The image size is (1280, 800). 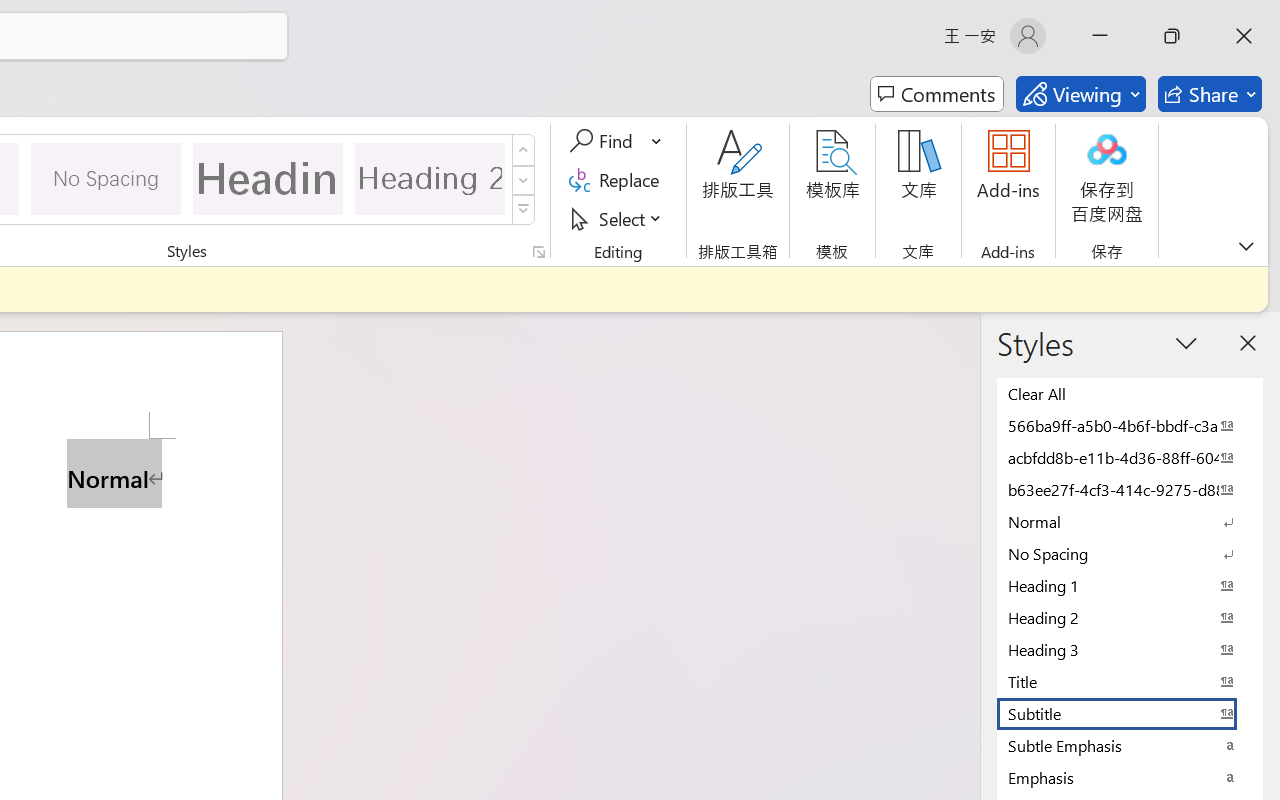 What do you see at coordinates (1130, 456) in the screenshot?
I see `'acbfdd8b-e11b-4d36-88ff-6049b138f862'` at bounding box center [1130, 456].